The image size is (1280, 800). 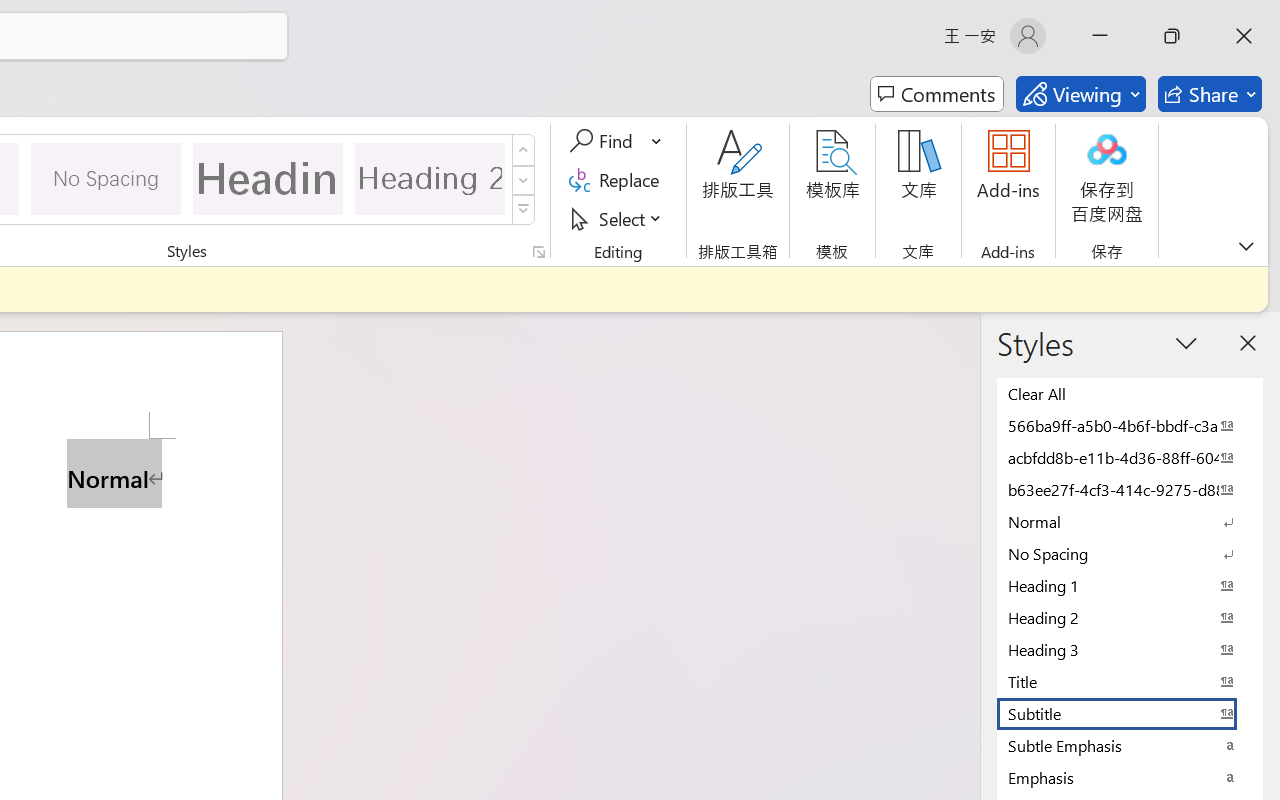 What do you see at coordinates (1130, 456) in the screenshot?
I see `'acbfdd8b-e11b-4d36-88ff-6049b138f862'` at bounding box center [1130, 456].